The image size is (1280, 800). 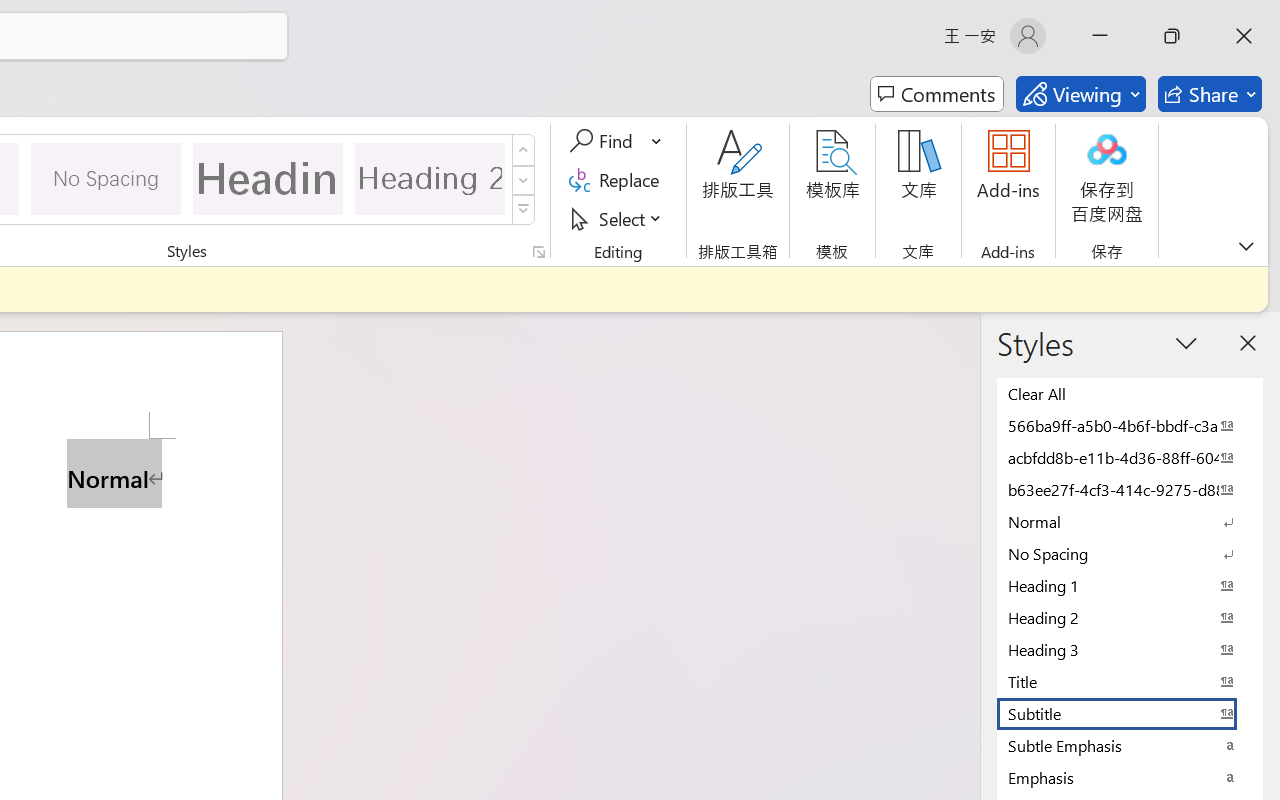 What do you see at coordinates (1130, 456) in the screenshot?
I see `'acbfdd8b-e11b-4d36-88ff-6049b138f862'` at bounding box center [1130, 456].